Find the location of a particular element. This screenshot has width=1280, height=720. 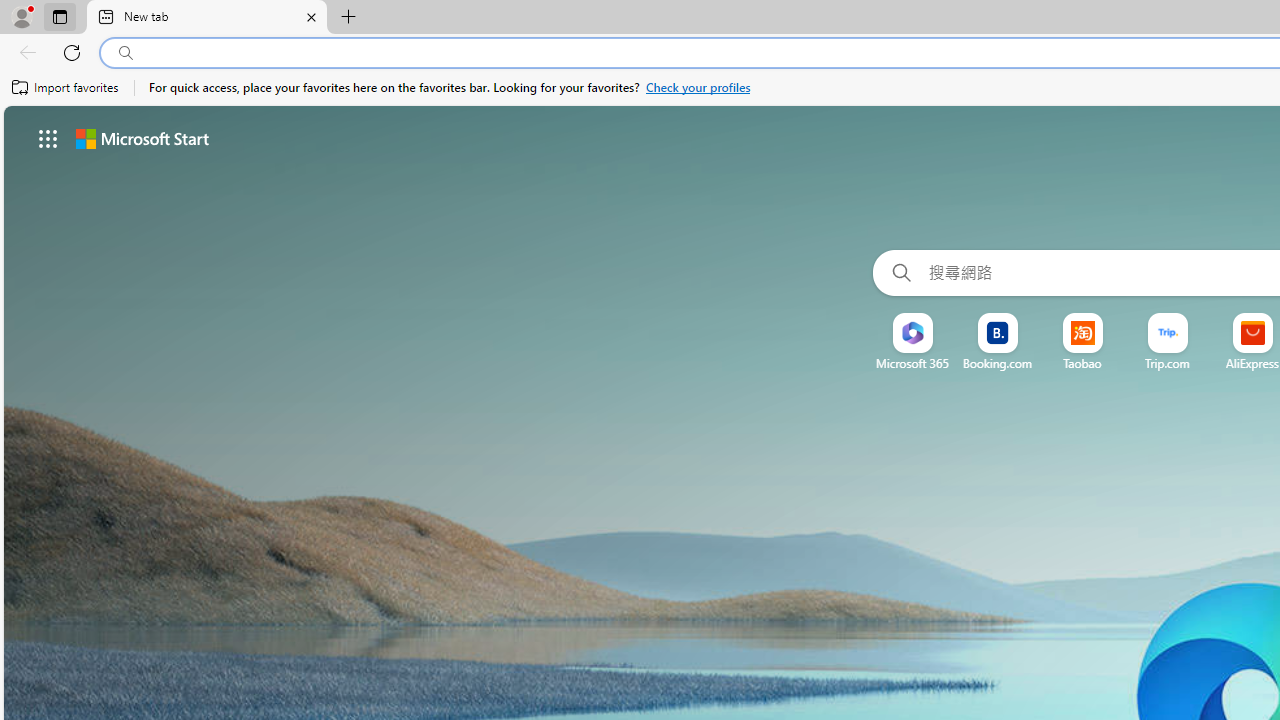

'Trip.com' is located at coordinates (1168, 363).